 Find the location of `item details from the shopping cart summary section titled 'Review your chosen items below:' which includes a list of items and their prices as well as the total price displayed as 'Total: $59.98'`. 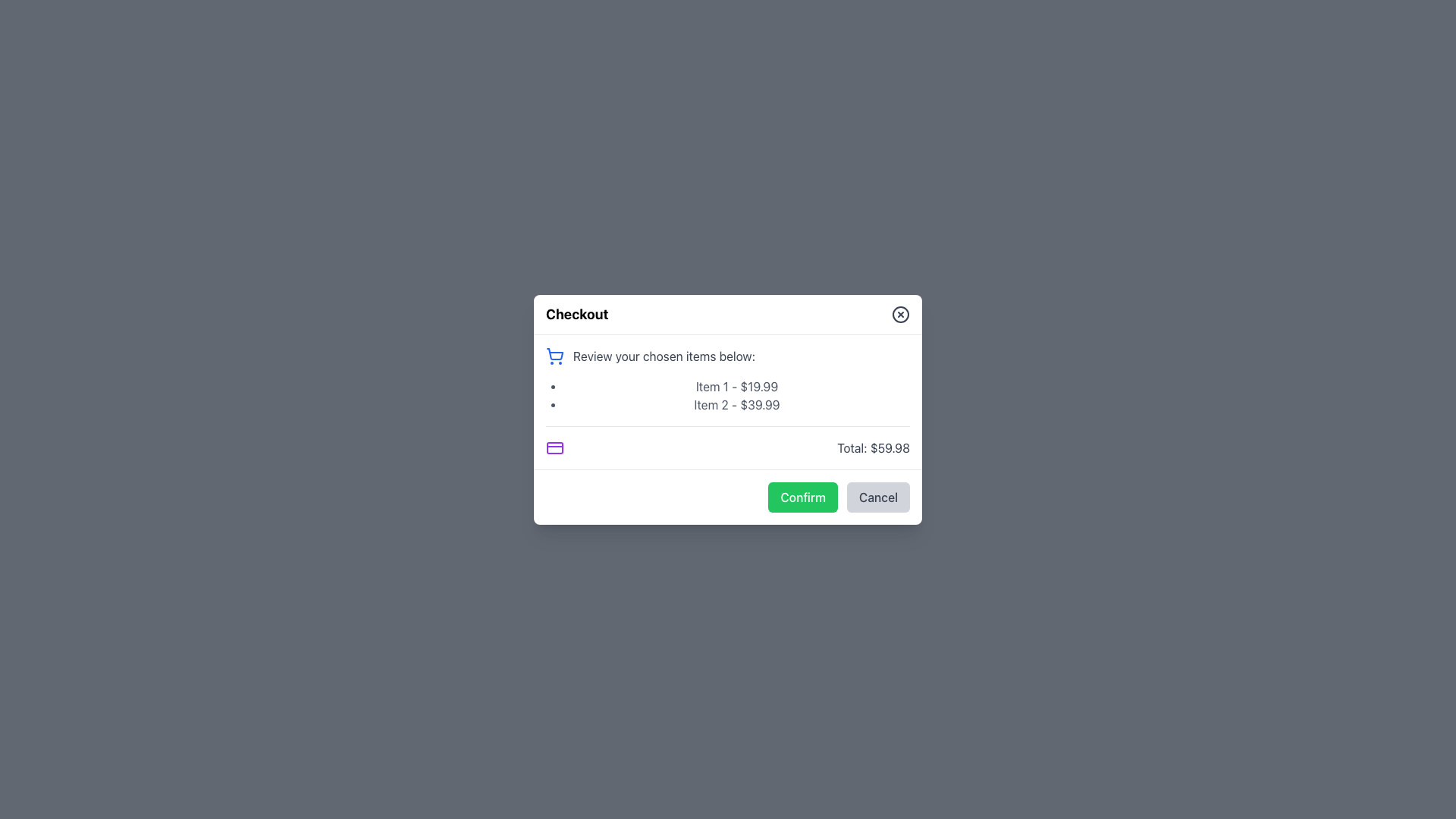

item details from the shopping cart summary section titled 'Review your chosen items below:' which includes a list of items and their prices as well as the total price displayed as 'Total: $59.98' is located at coordinates (728, 400).